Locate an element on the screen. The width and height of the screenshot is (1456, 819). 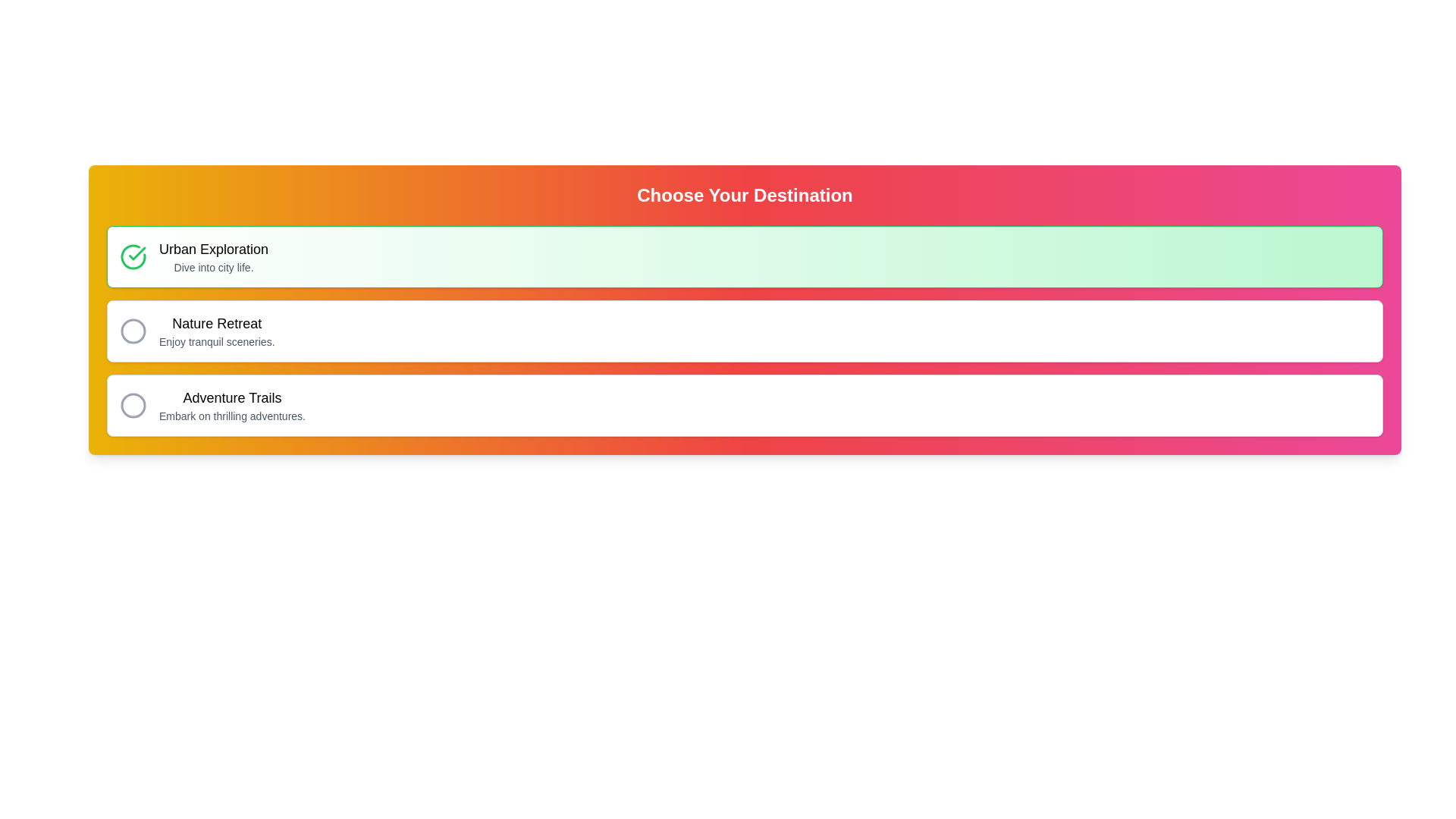
the static text label displaying 'Urban Exploration' which is prominently featured in a light green background at the top of the first option card is located at coordinates (213, 248).